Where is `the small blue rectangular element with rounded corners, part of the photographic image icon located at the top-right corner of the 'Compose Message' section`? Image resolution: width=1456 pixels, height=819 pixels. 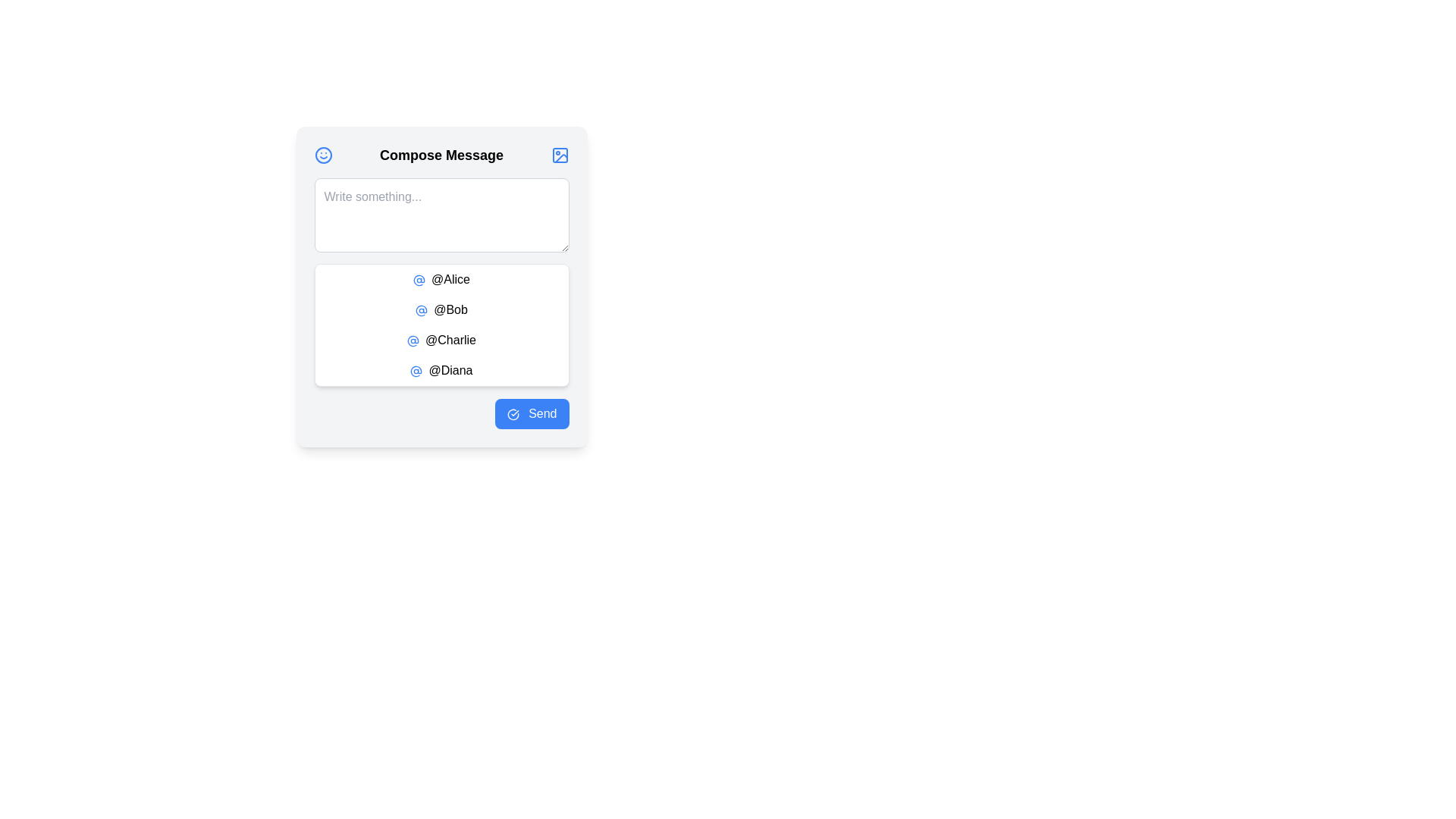 the small blue rectangular element with rounded corners, part of the photographic image icon located at the top-right corner of the 'Compose Message' section is located at coordinates (559, 155).